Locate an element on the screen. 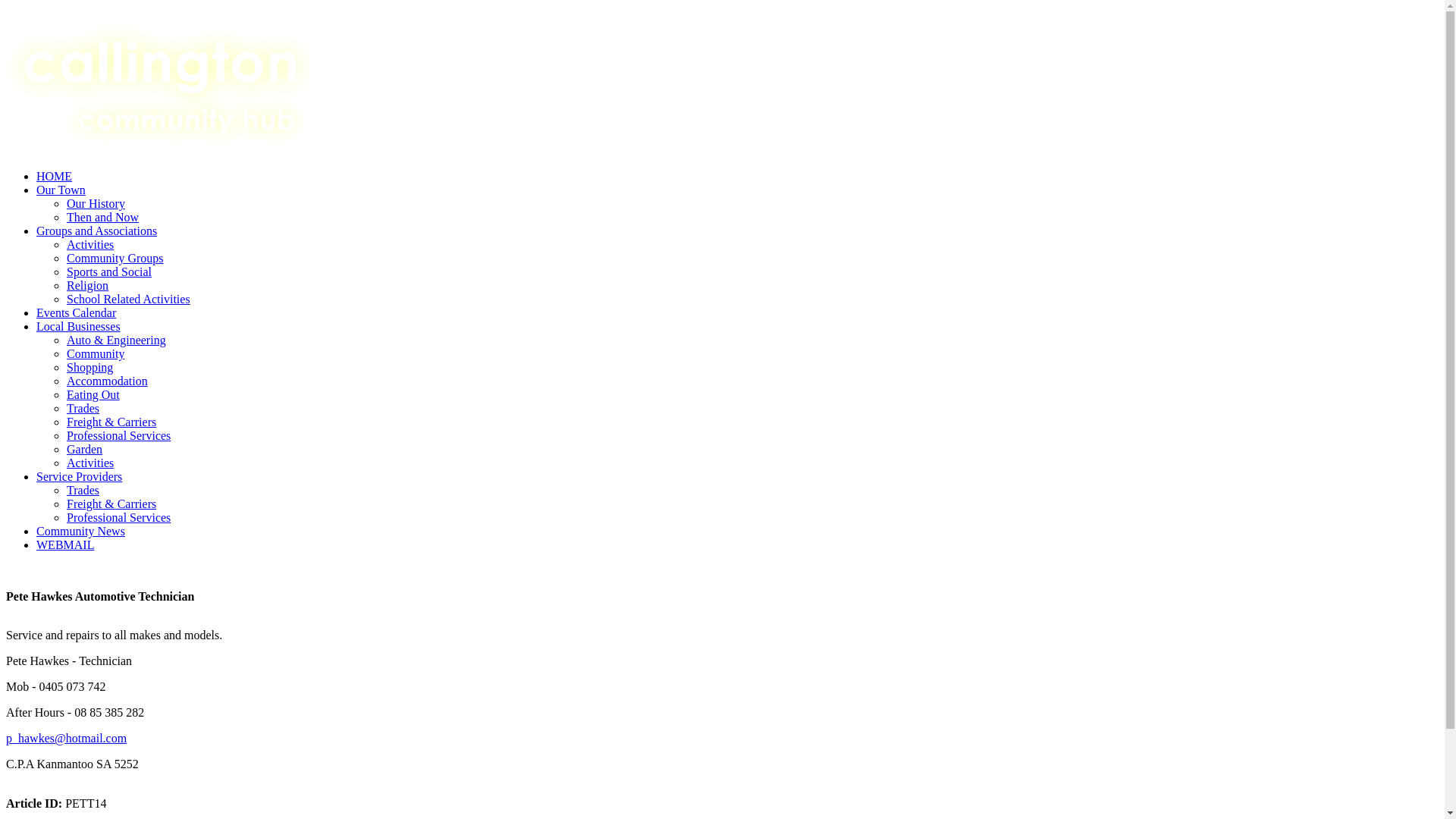  'Events Calendar' is located at coordinates (75, 312).